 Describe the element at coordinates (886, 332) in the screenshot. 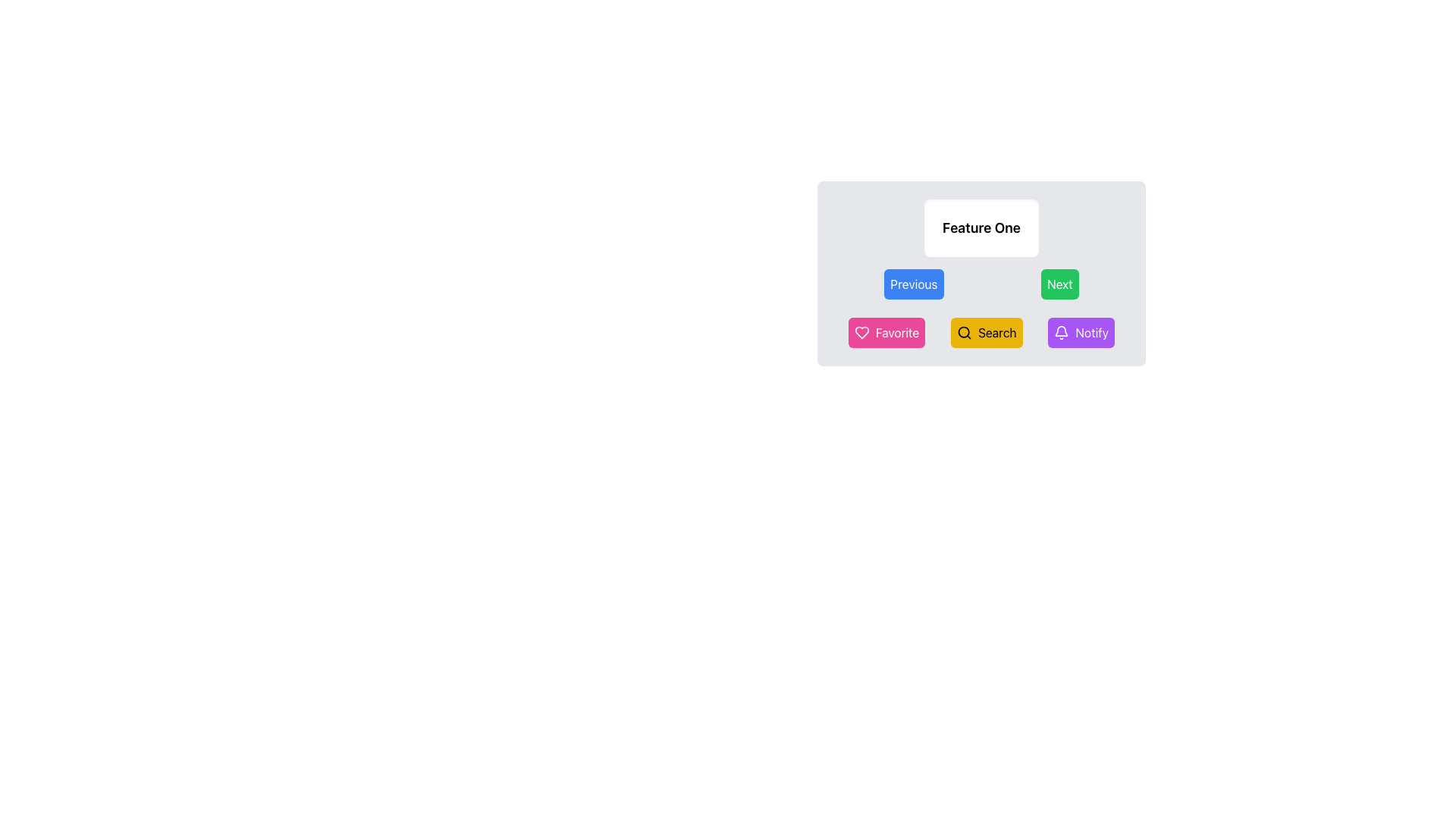

I see `the 'Favorite' button, which is a rounded rectangular button with a pink background and white text, located to the left of the 'Search' button under the heading 'Feature One', to mark the item as favorite` at that location.